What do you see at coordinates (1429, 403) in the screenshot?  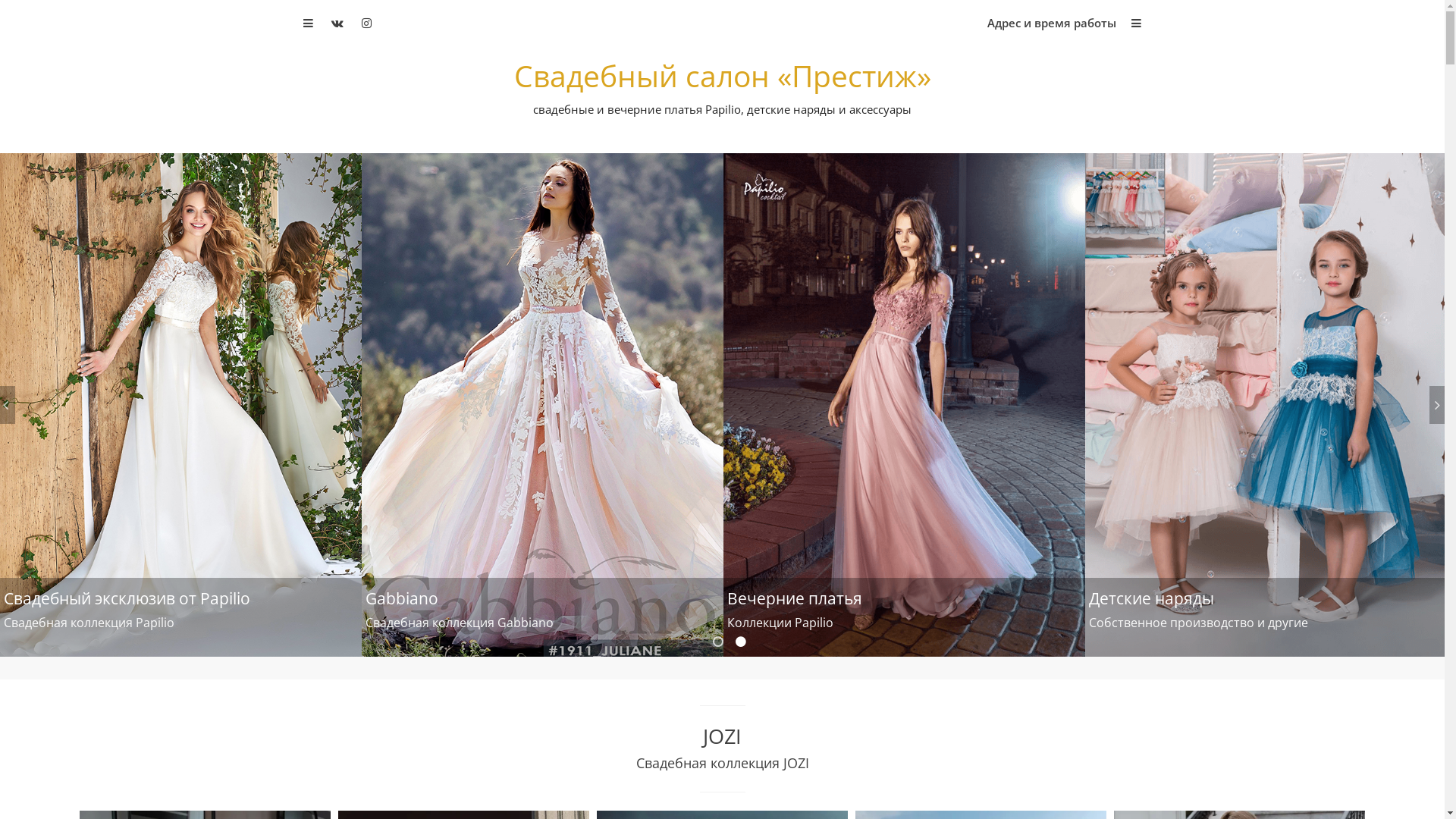 I see `'NEXT'` at bounding box center [1429, 403].